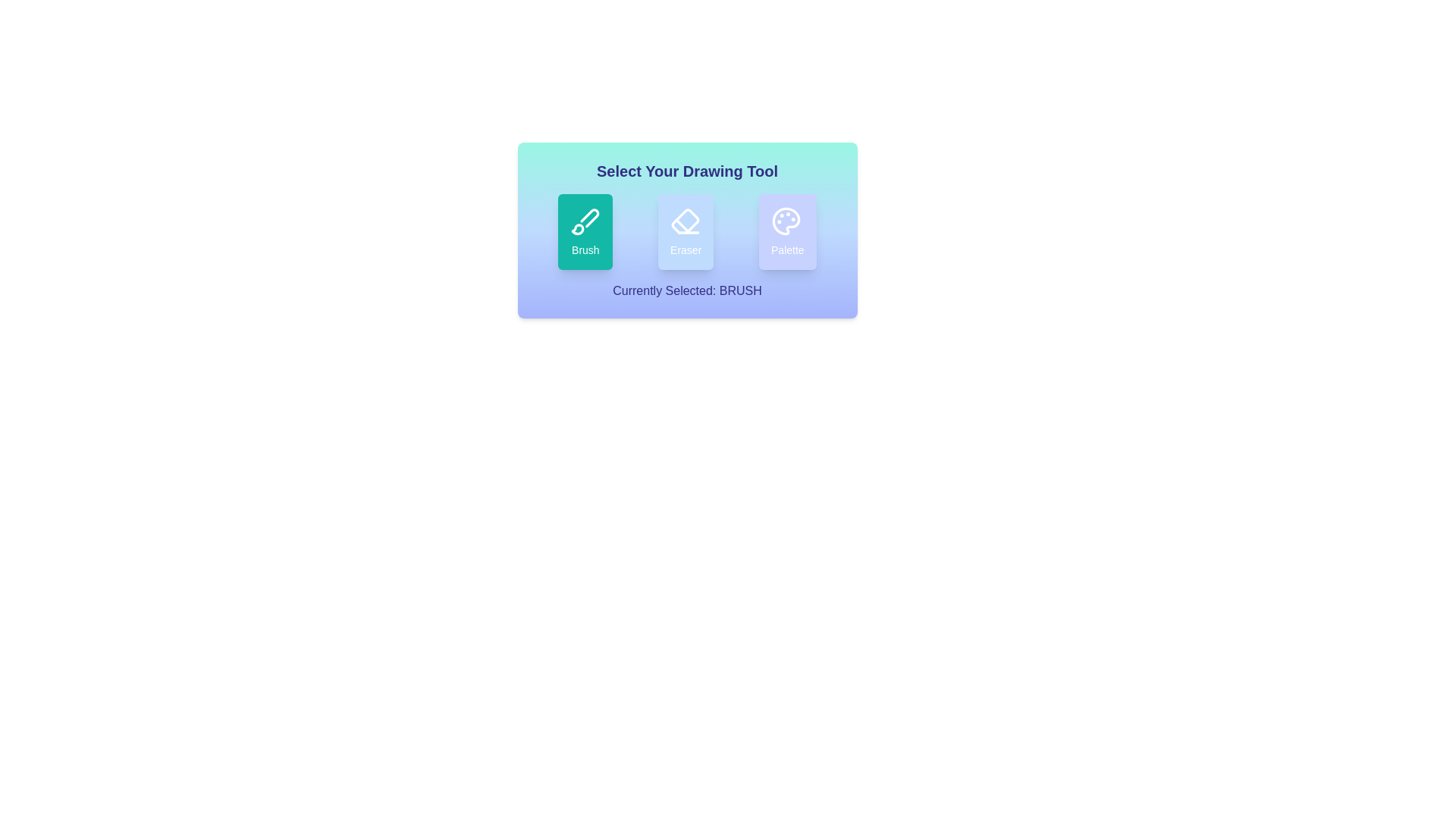 This screenshot has height=819, width=1456. I want to click on the Palette button to see the hover animation, so click(787, 231).